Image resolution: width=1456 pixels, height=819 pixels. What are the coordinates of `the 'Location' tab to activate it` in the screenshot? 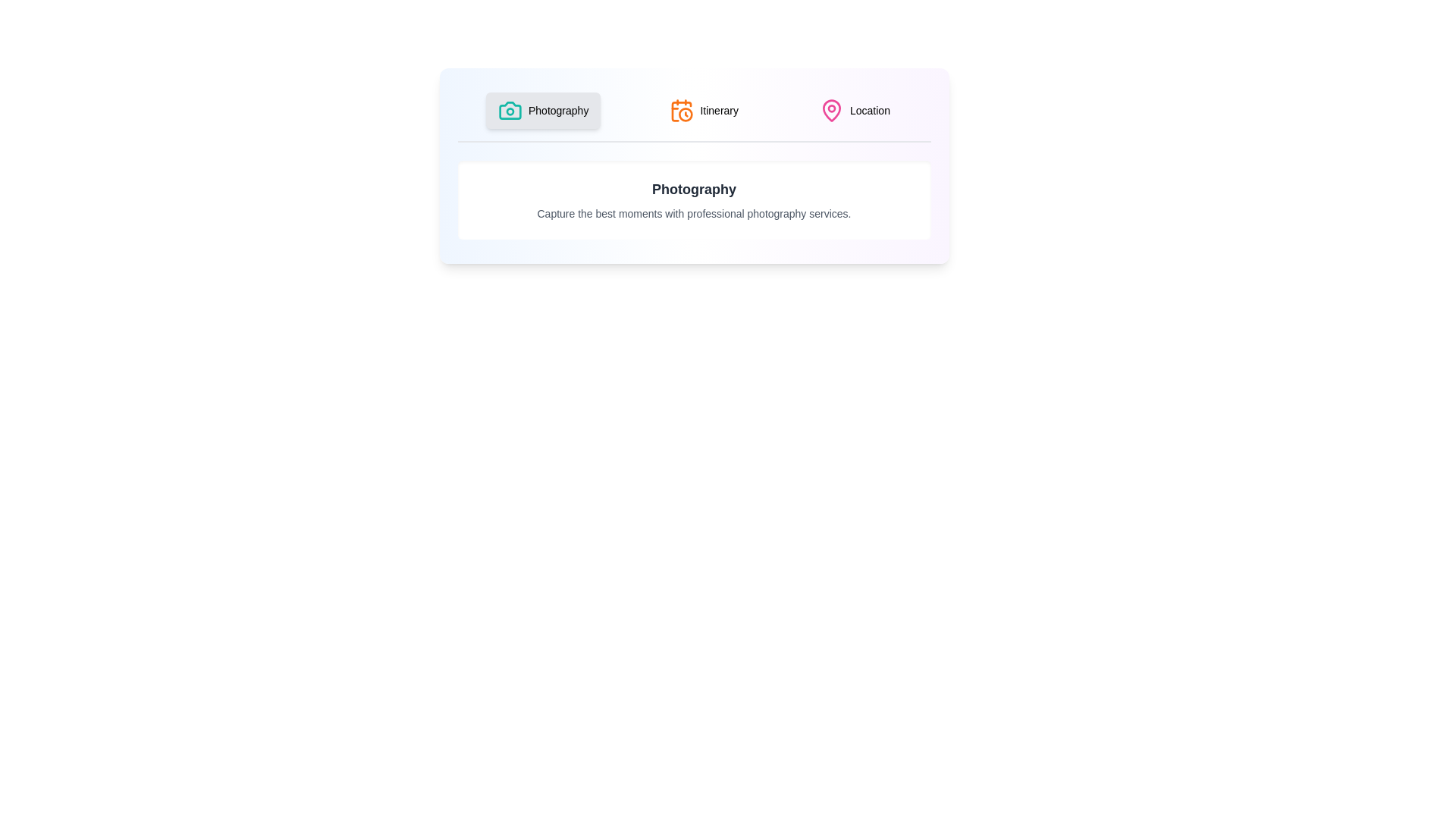 It's located at (855, 110).